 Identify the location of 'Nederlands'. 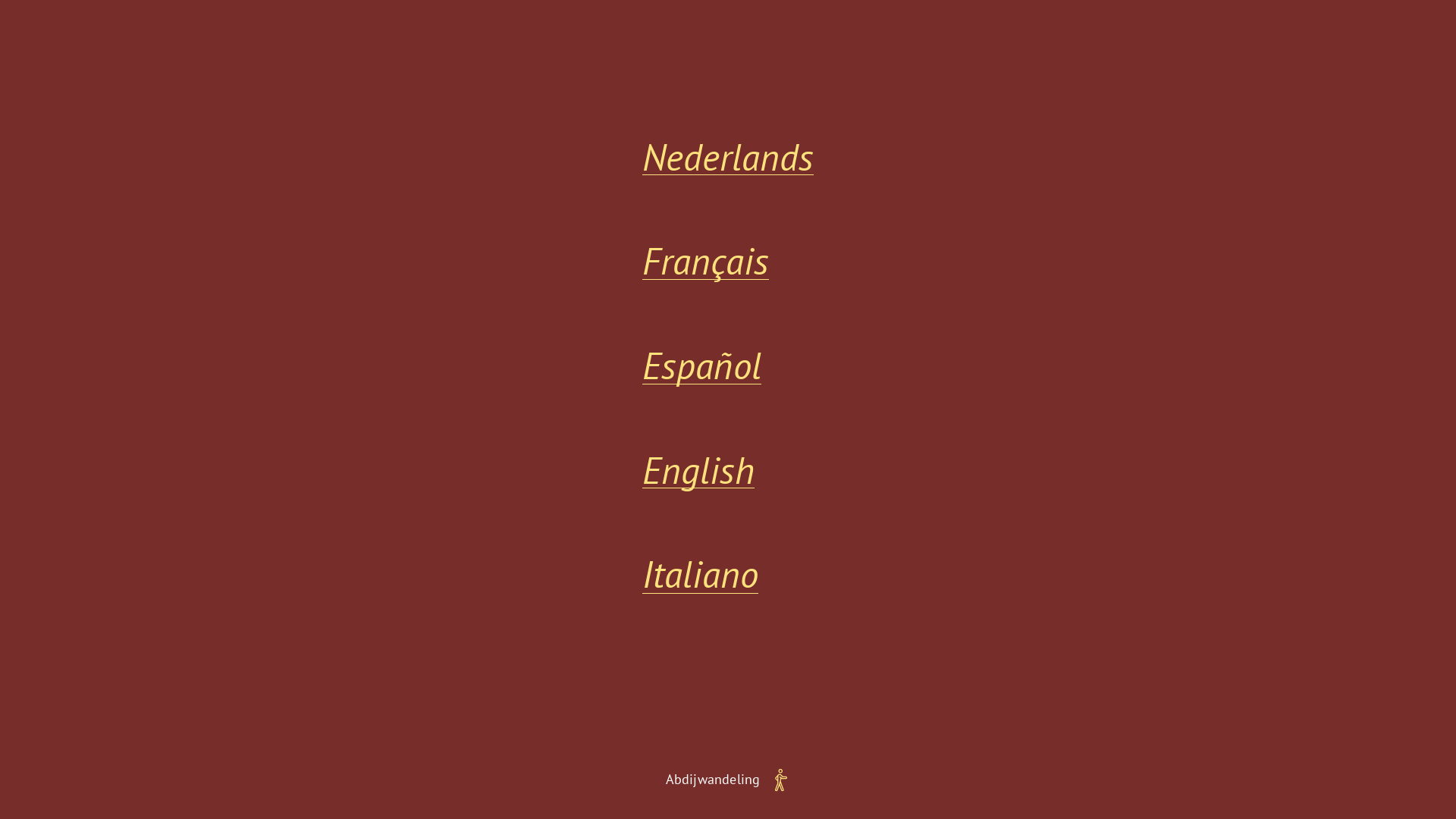
(728, 157).